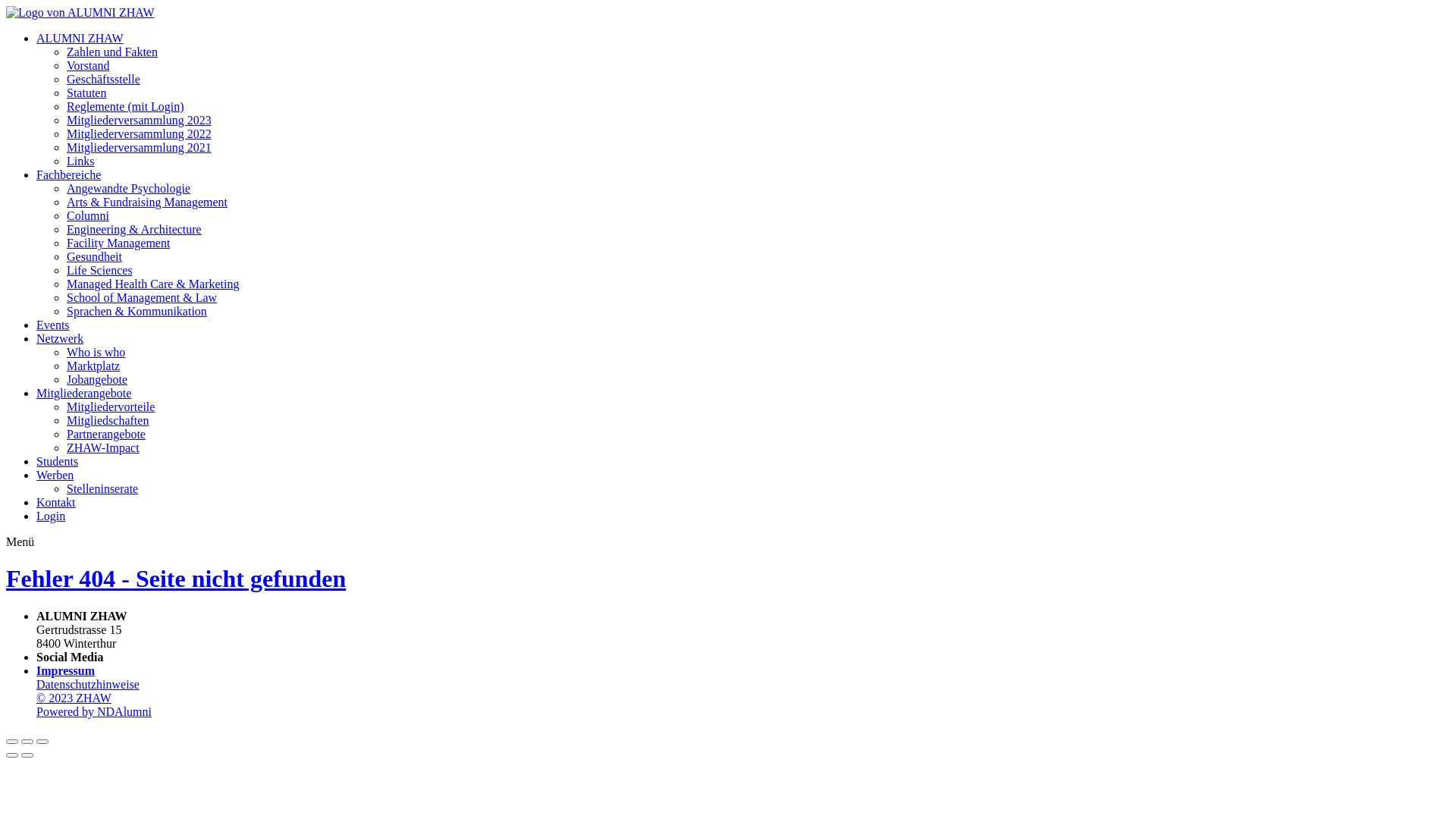 The width and height of the screenshot is (1456, 819). What do you see at coordinates (107, 420) in the screenshot?
I see `'Mitgliedschaften'` at bounding box center [107, 420].